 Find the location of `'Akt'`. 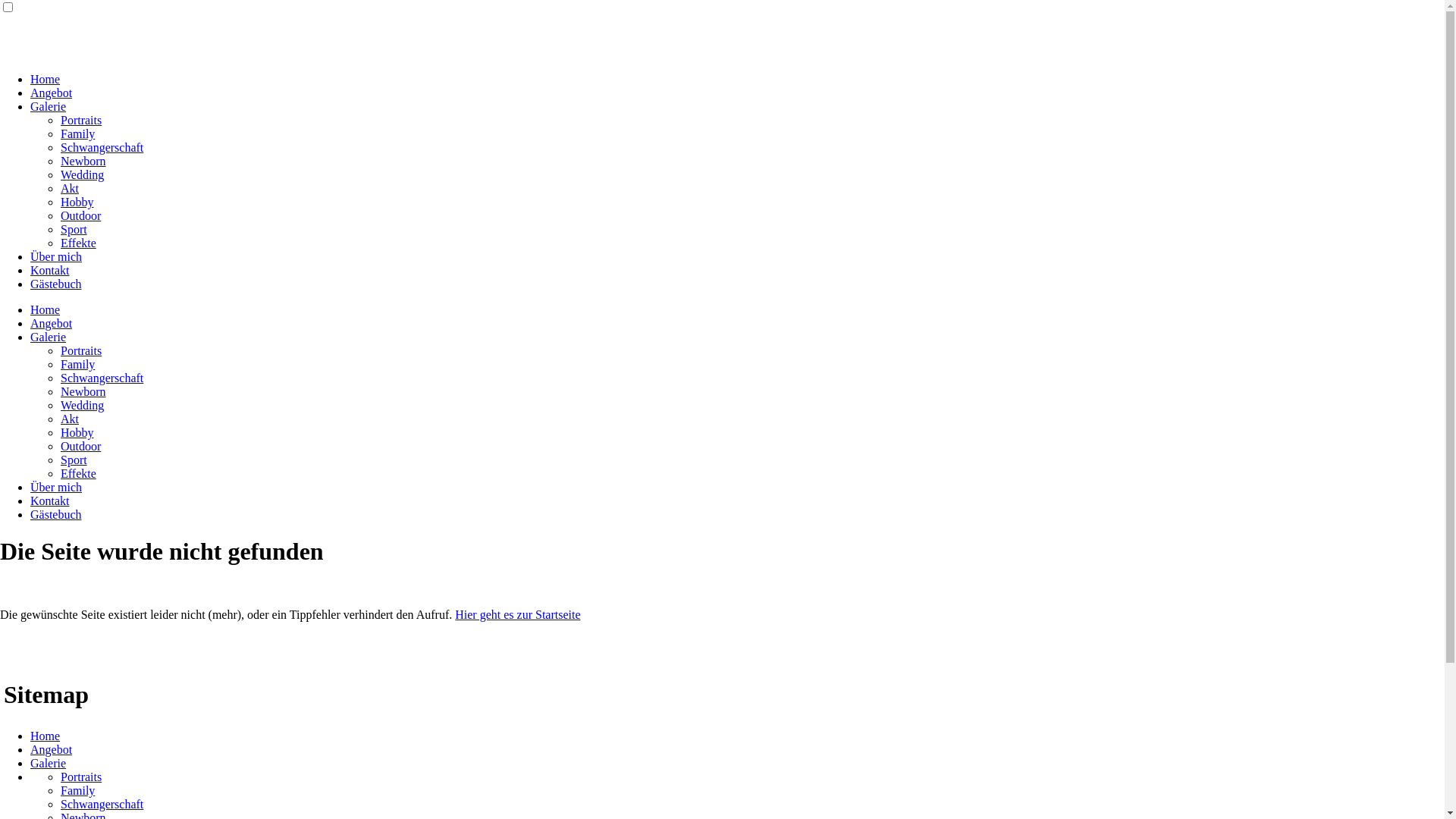

'Akt' is located at coordinates (68, 187).